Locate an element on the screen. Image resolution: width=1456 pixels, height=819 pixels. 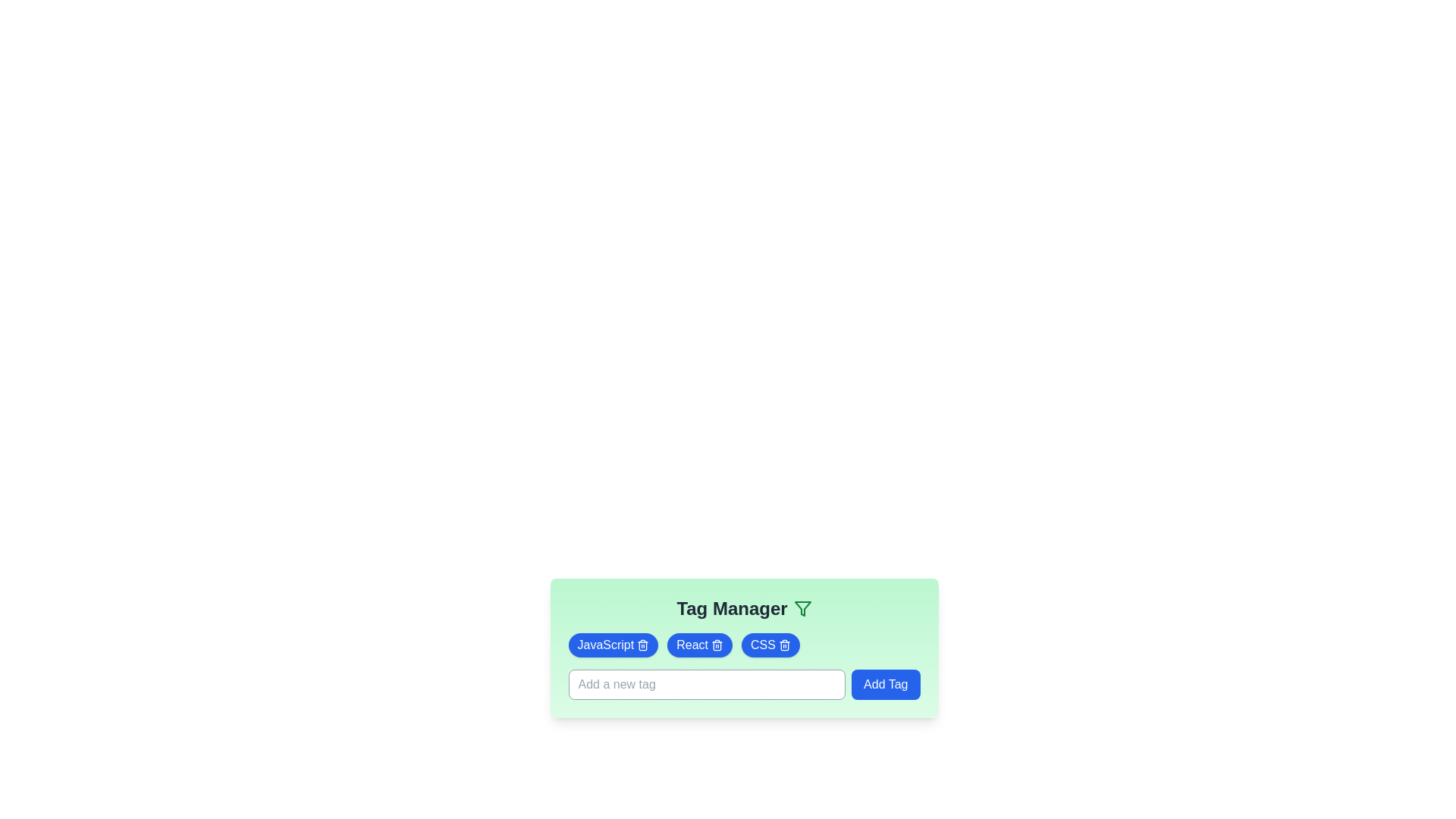
the trash icon within the tag badges displayed in the horizontal layout of the 'Tag Manager' panel is located at coordinates (744, 645).